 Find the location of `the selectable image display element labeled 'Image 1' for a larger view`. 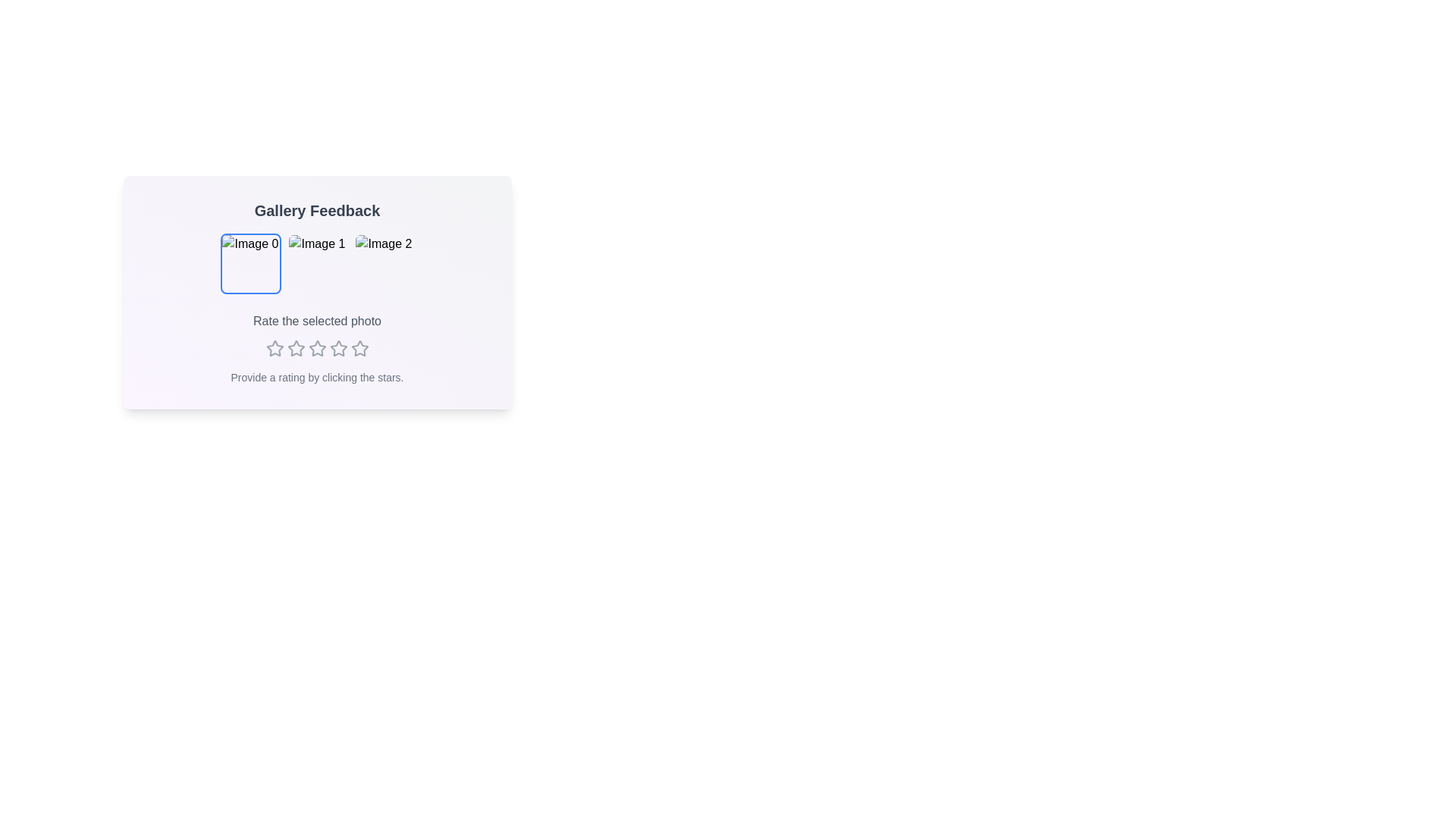

the selectable image display element labeled 'Image 1' for a larger view is located at coordinates (316, 262).